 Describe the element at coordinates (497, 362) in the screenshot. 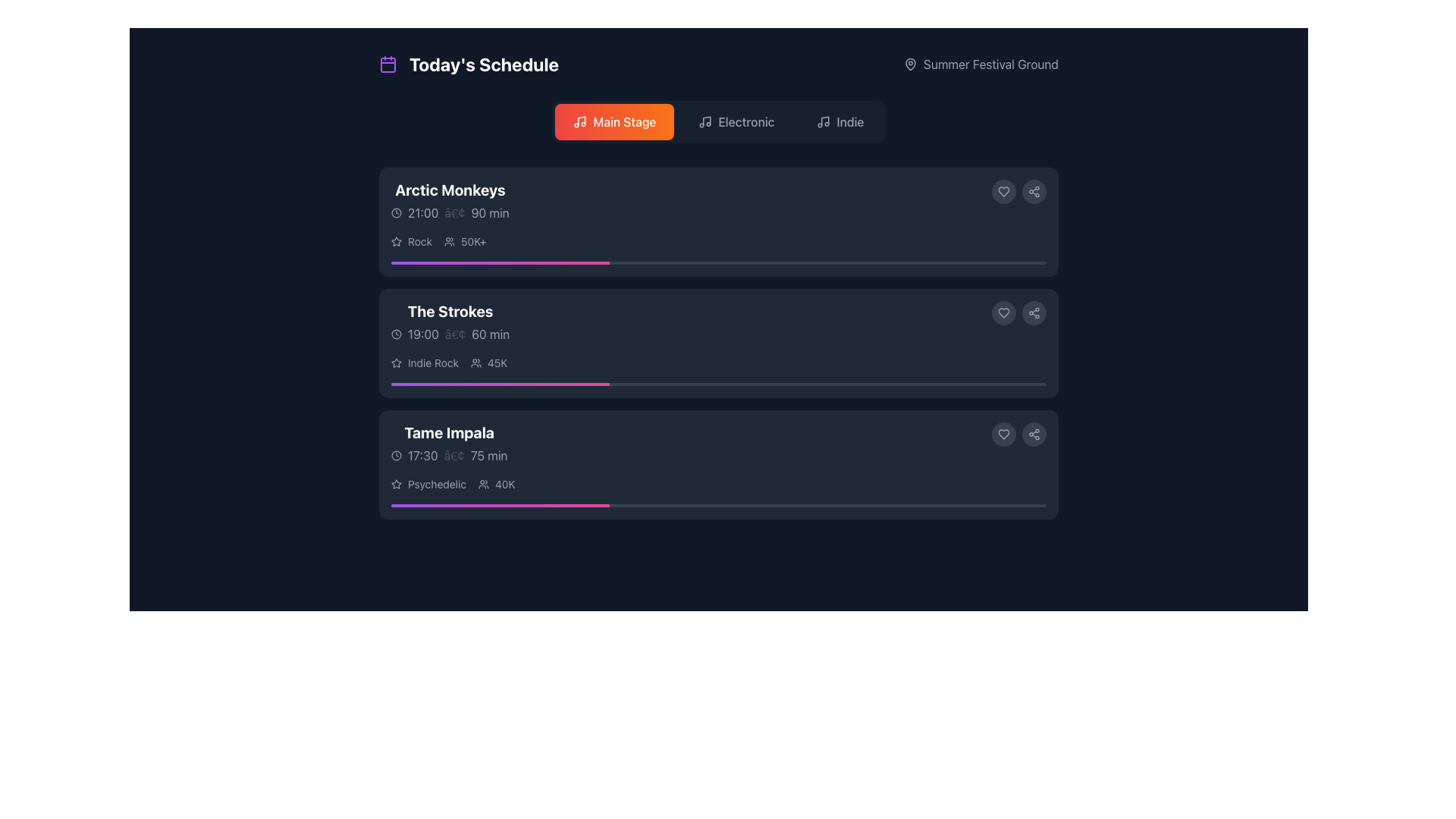

I see `the static text component displaying '45K', which indicates the number of attendees, located in the lower left area of the event card labeled 'The Strokes'` at that location.